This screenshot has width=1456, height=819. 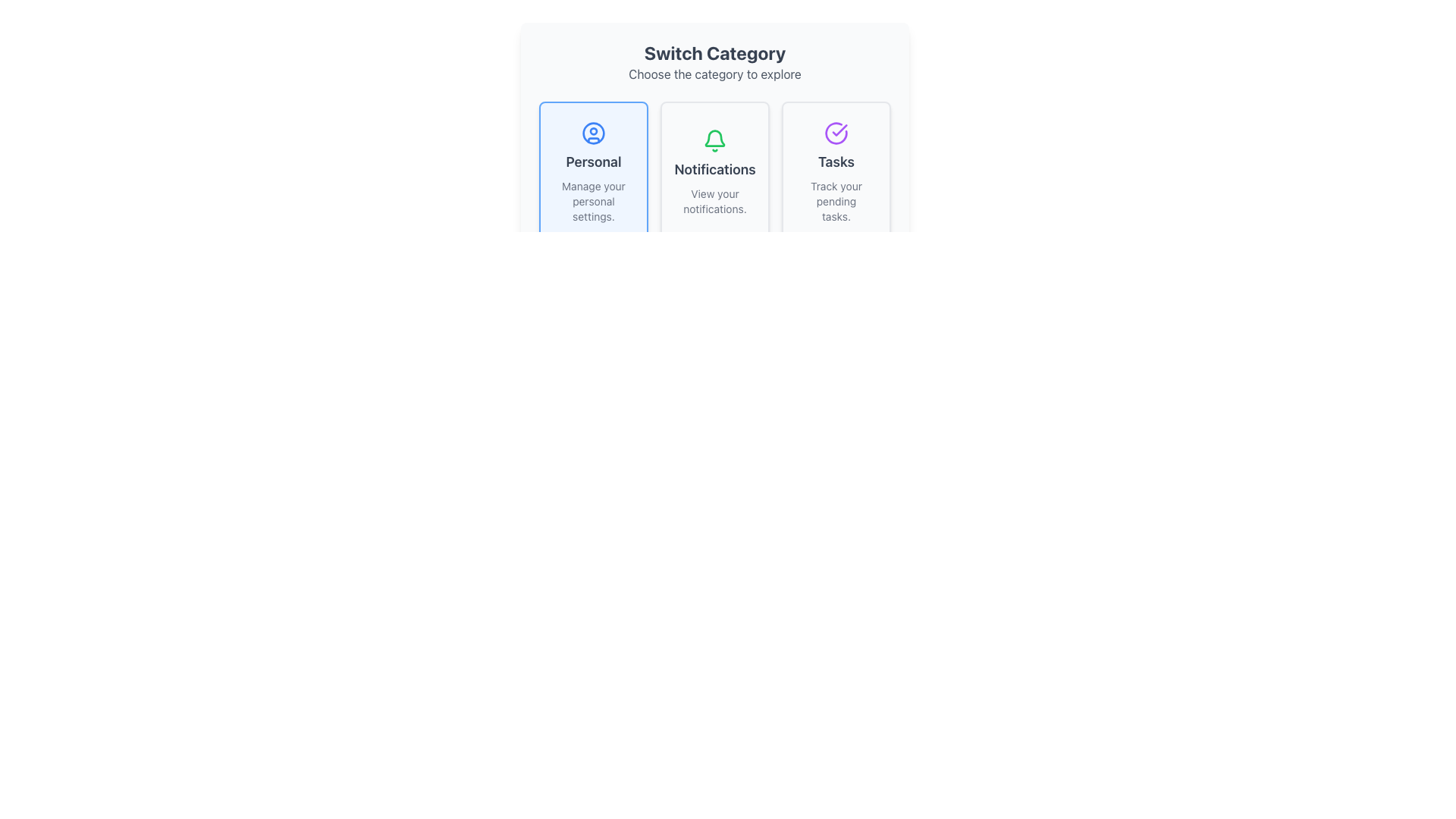 What do you see at coordinates (836, 133) in the screenshot?
I see `the 'Tasks' category icon located at the top-right corner of the 'Switch Category' section within the highlighted card titled 'Tasks'` at bounding box center [836, 133].